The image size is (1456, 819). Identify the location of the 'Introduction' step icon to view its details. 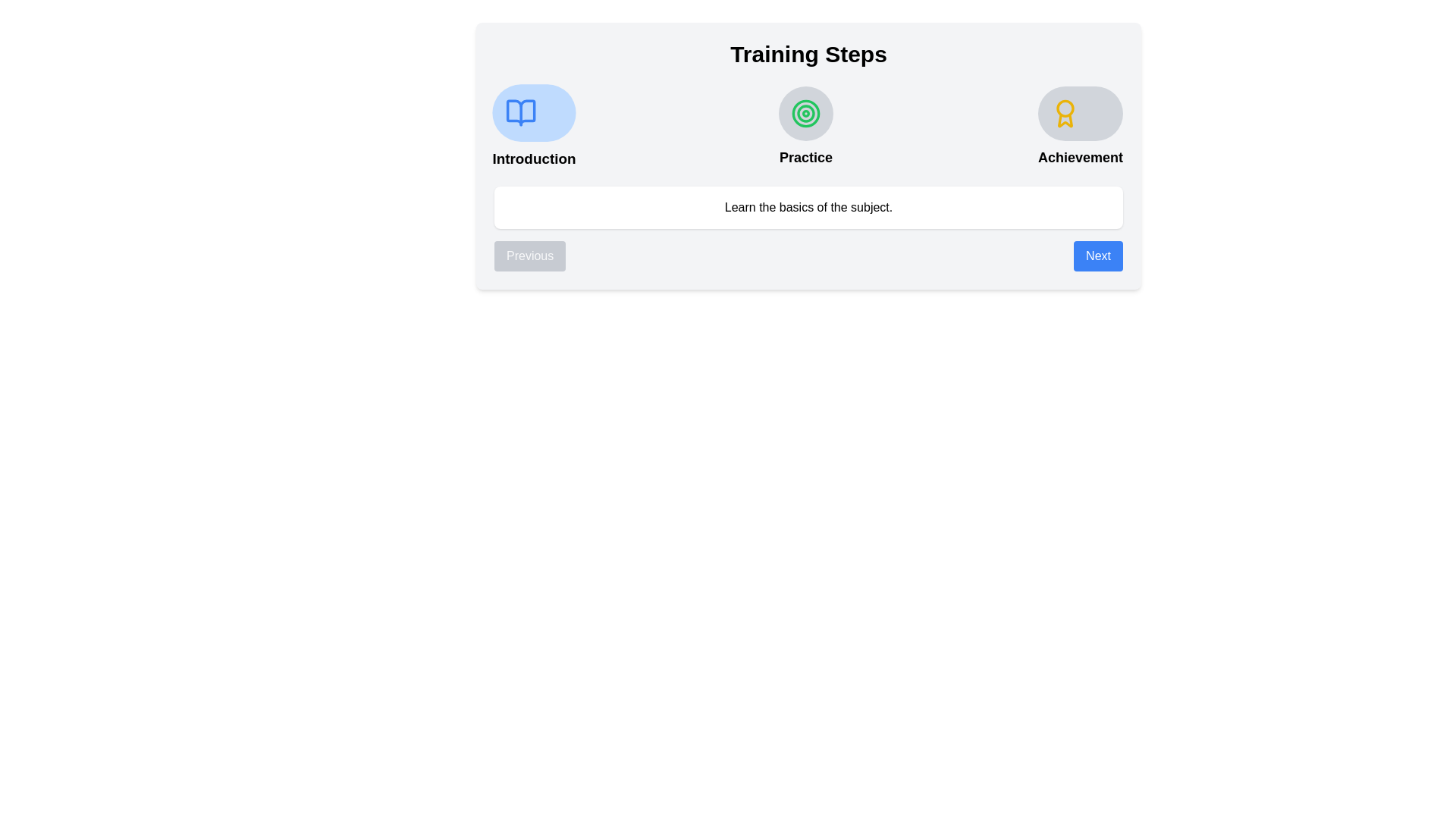
(534, 112).